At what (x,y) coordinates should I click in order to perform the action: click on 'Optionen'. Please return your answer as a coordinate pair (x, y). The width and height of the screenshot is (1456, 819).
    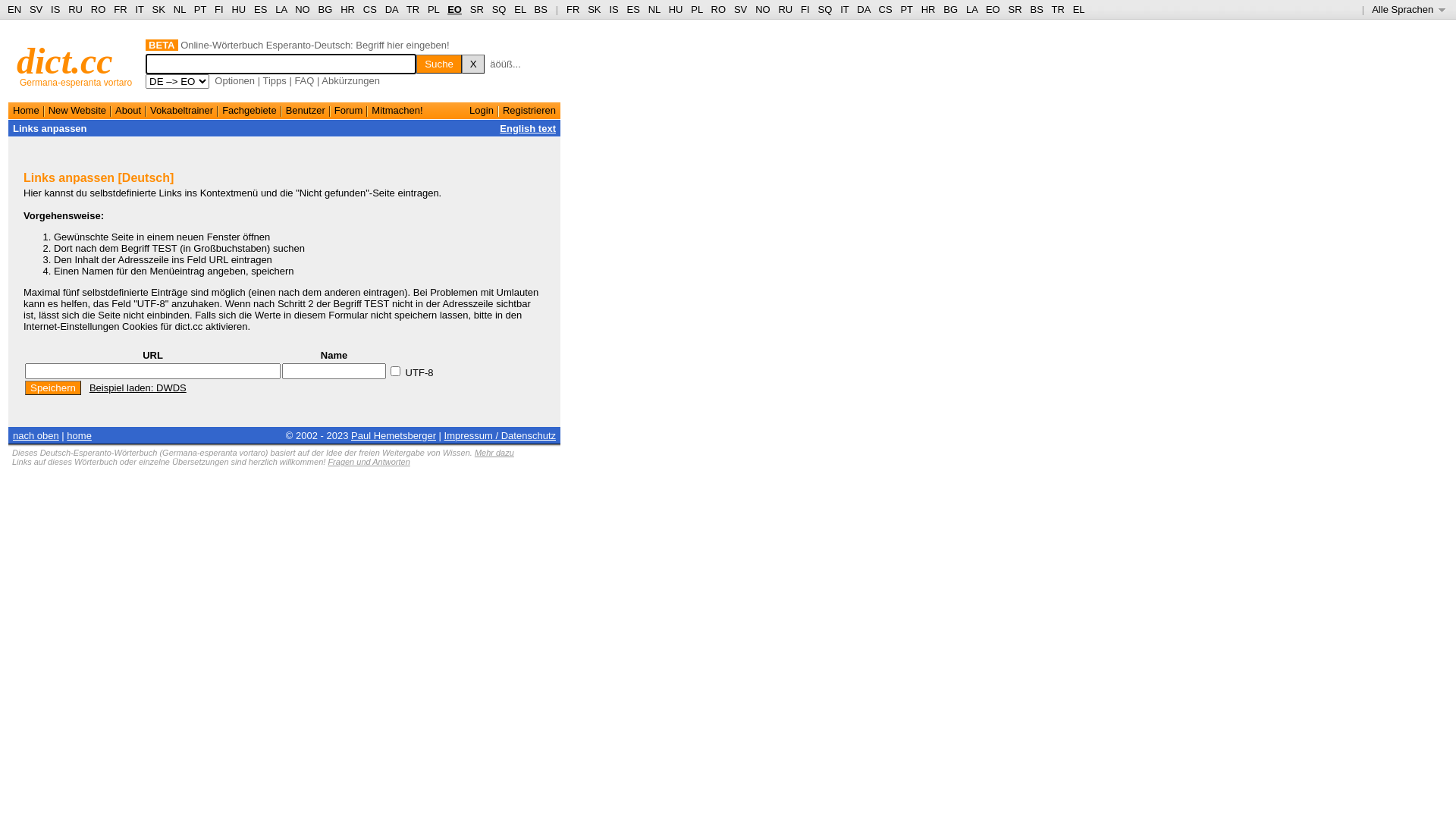
    Looking at the image, I should click on (234, 80).